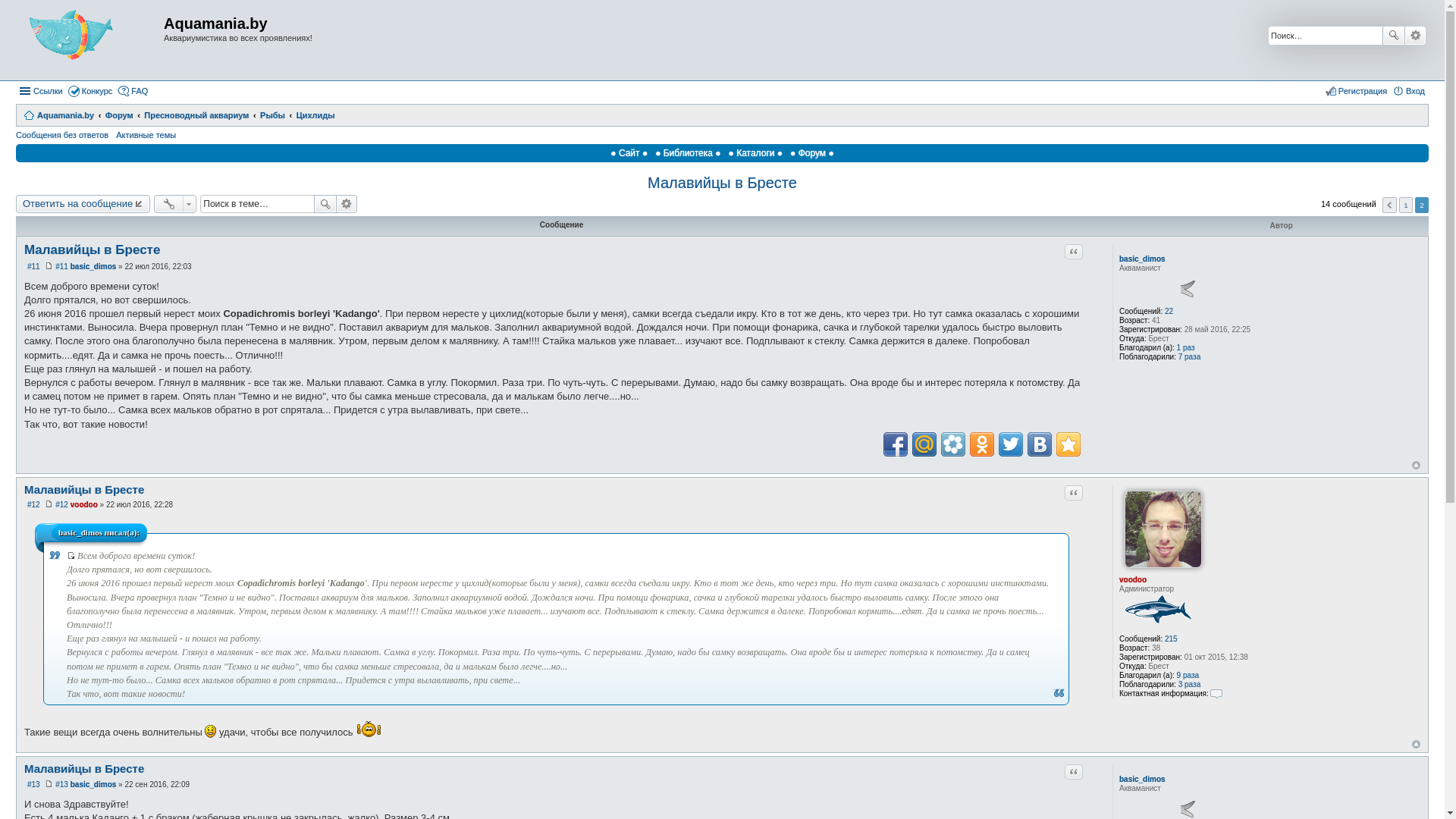  Describe the element at coordinates (1404, 205) in the screenshot. I see `'1'` at that location.